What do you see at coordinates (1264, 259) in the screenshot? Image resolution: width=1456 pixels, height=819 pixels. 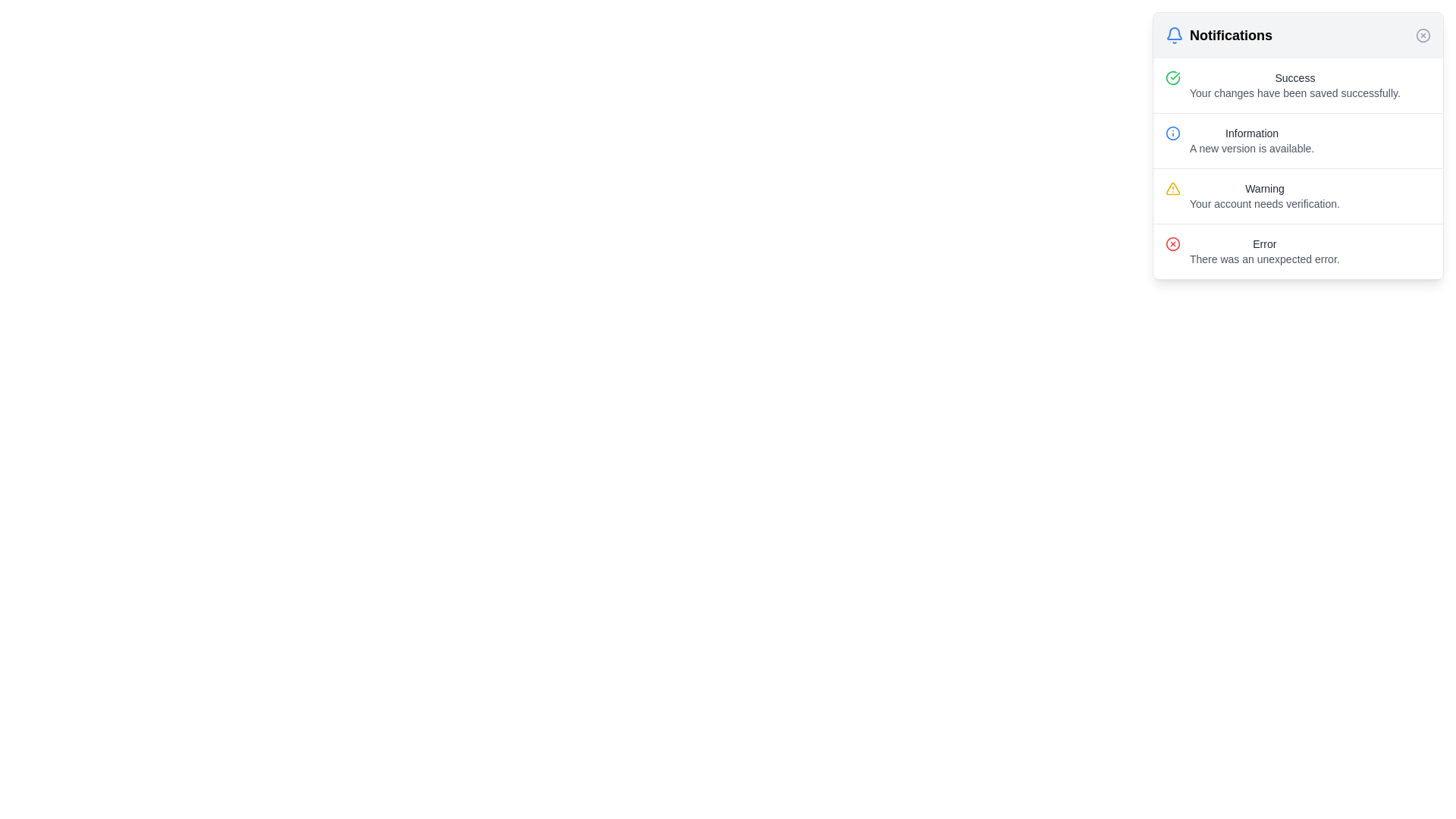 I see `text from the Text Label element stating 'There was an unexpected error.' which is located in the error notification block on the right side of the interface` at bounding box center [1264, 259].